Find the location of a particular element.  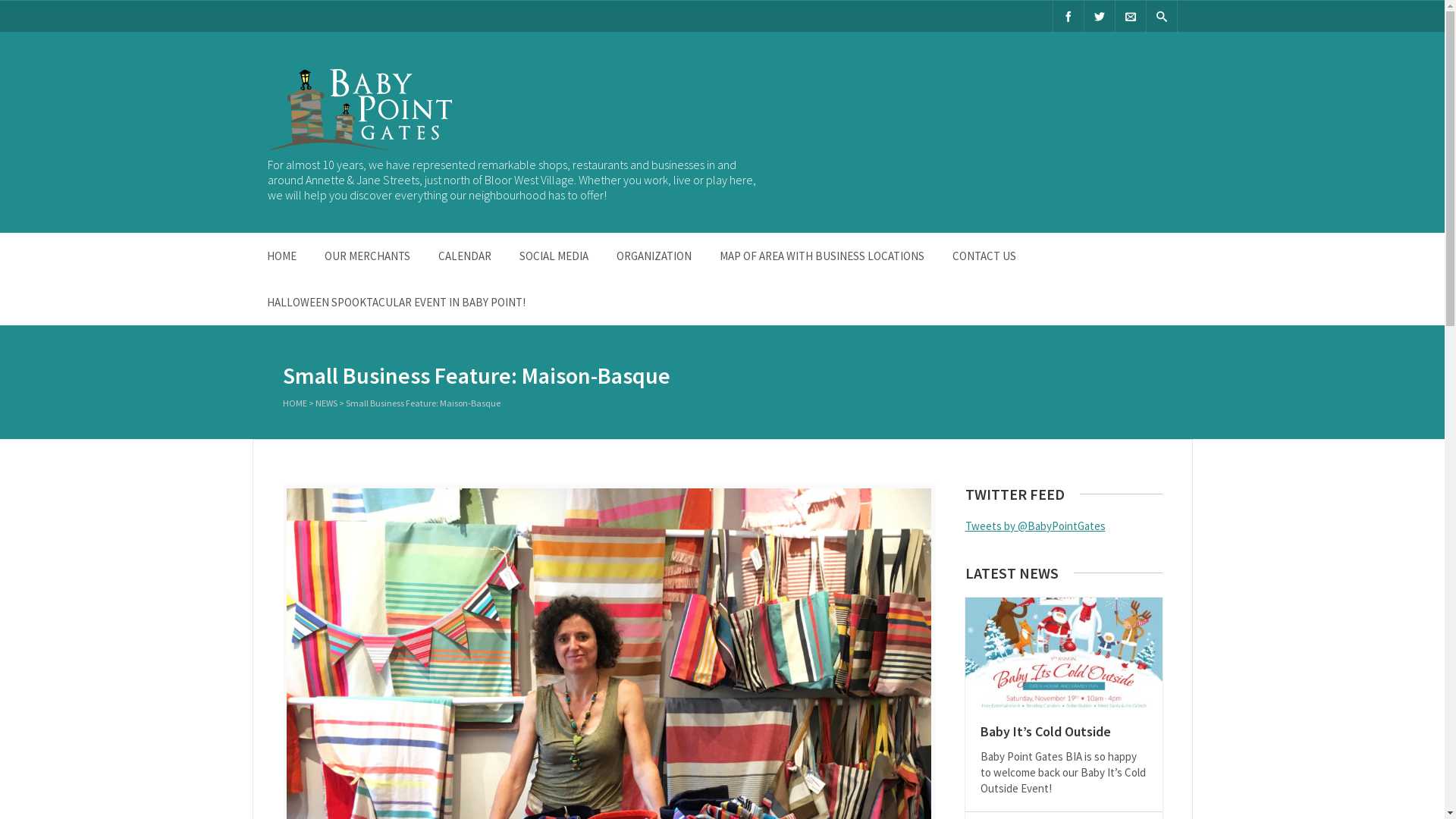

'HOME' is located at coordinates (251, 255).